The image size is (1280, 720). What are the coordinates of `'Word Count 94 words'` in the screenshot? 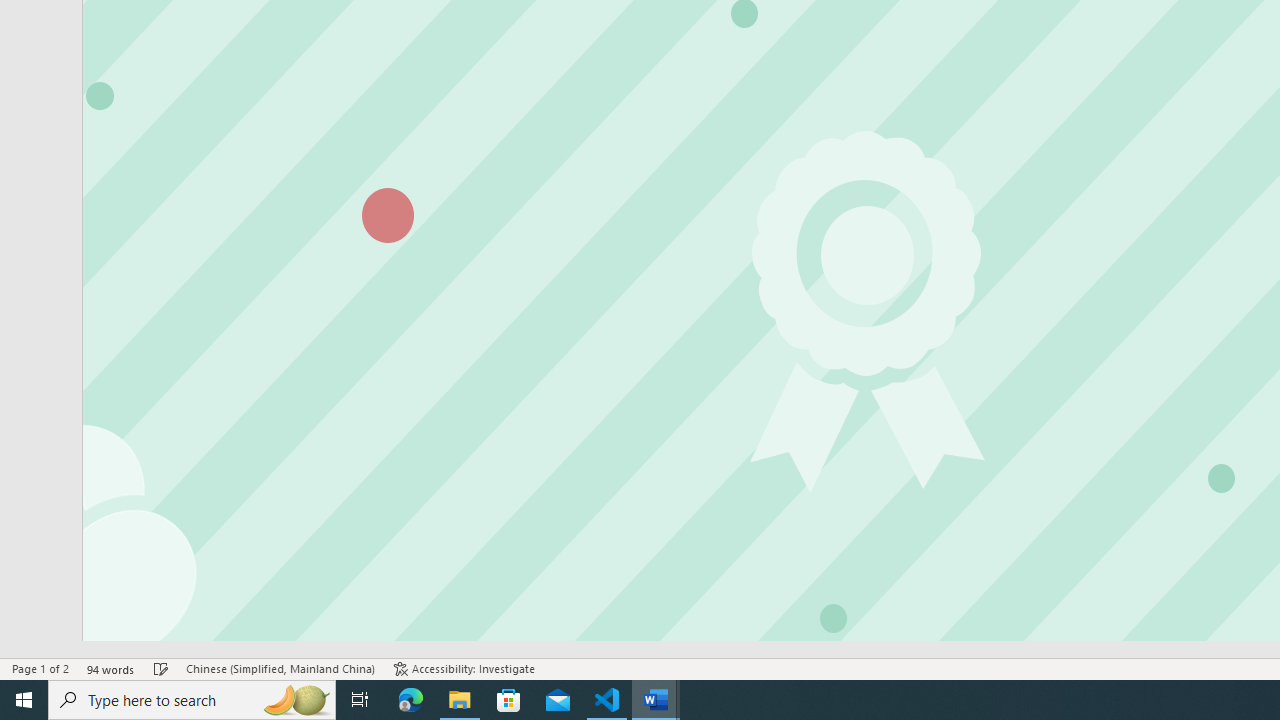 It's located at (110, 669).